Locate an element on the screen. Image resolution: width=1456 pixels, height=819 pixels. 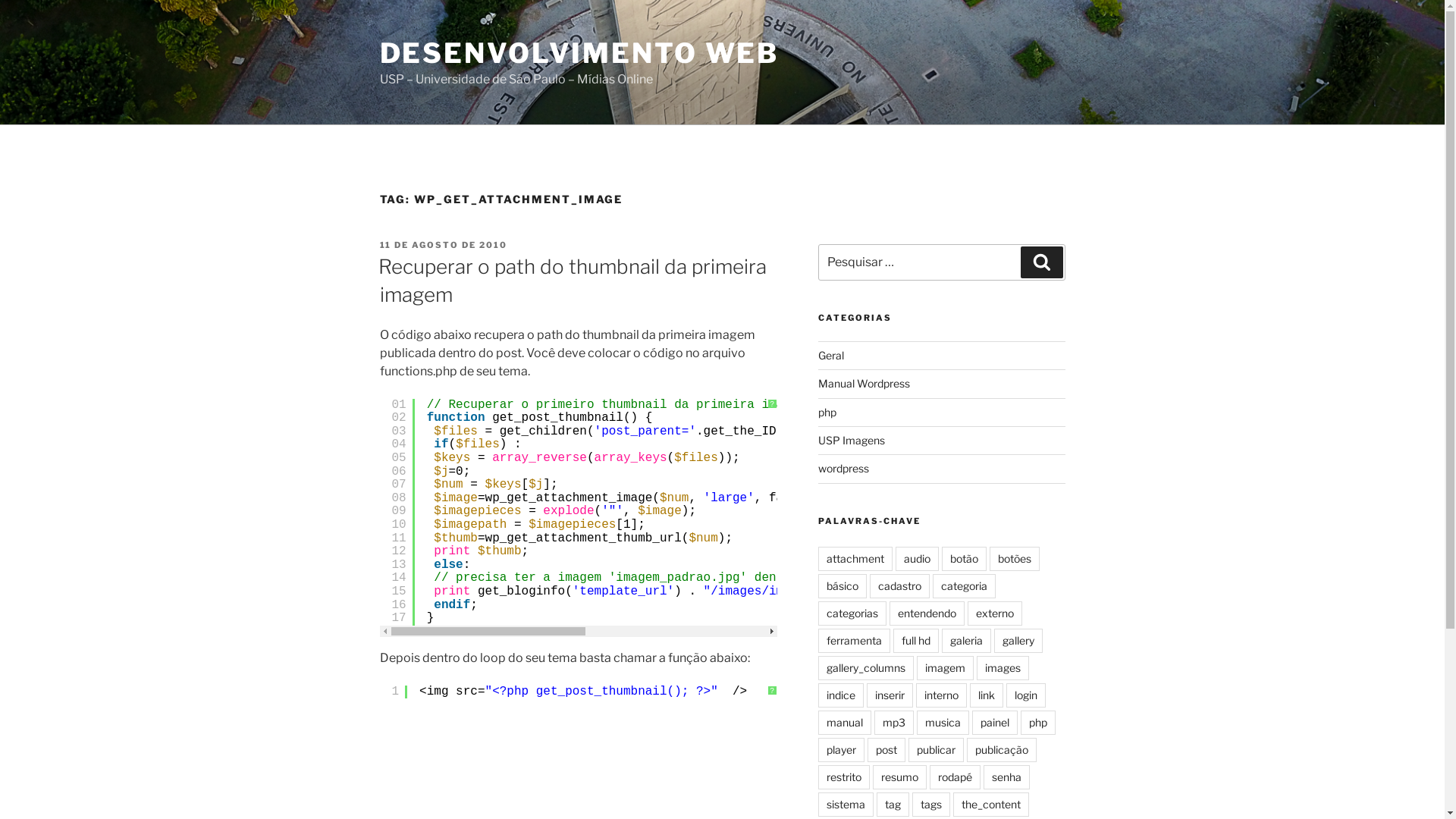
'tag' is located at coordinates (893, 803).